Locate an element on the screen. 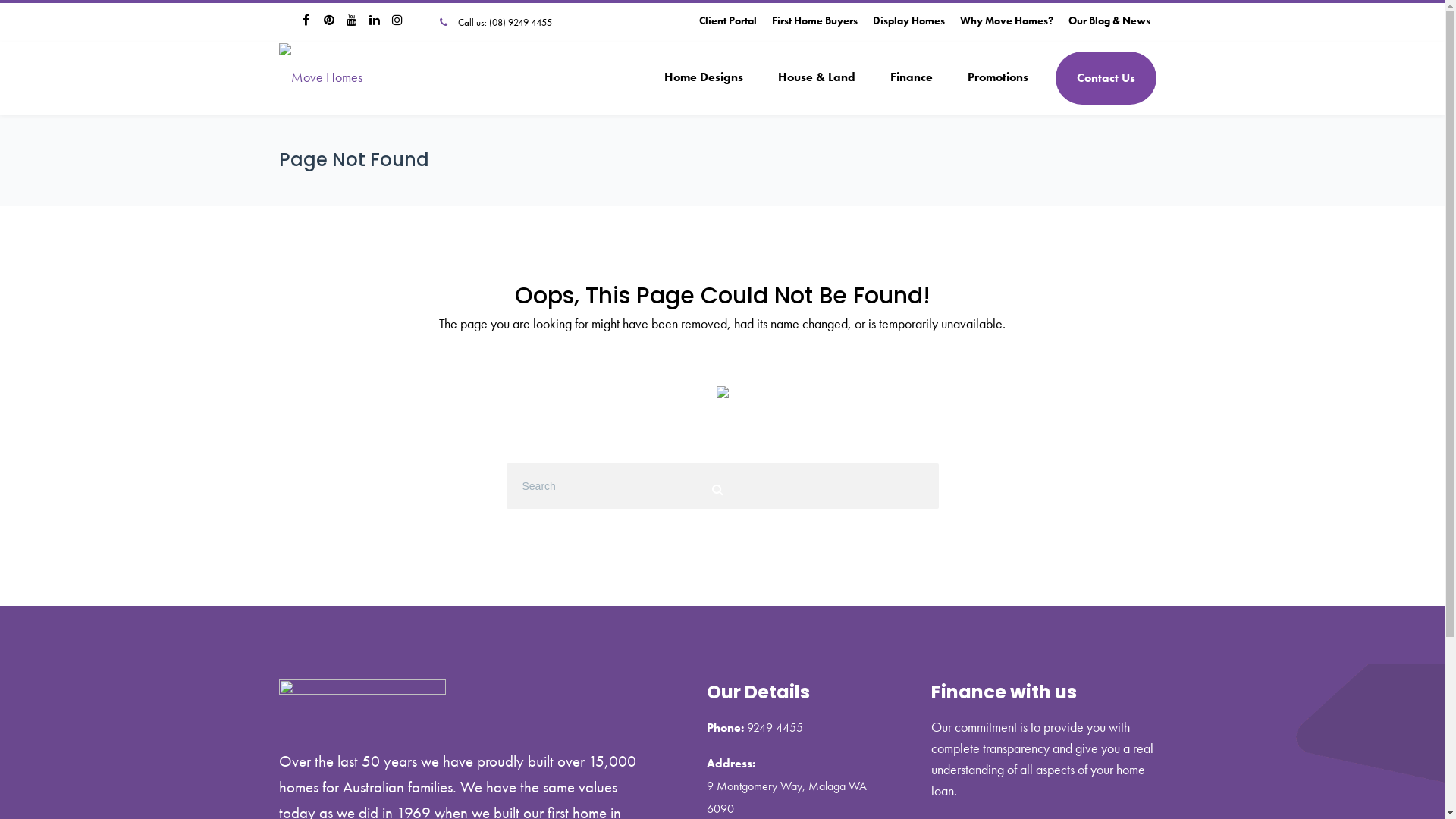 The height and width of the screenshot is (819, 1456). 'Move Homes' is located at coordinates (319, 77).